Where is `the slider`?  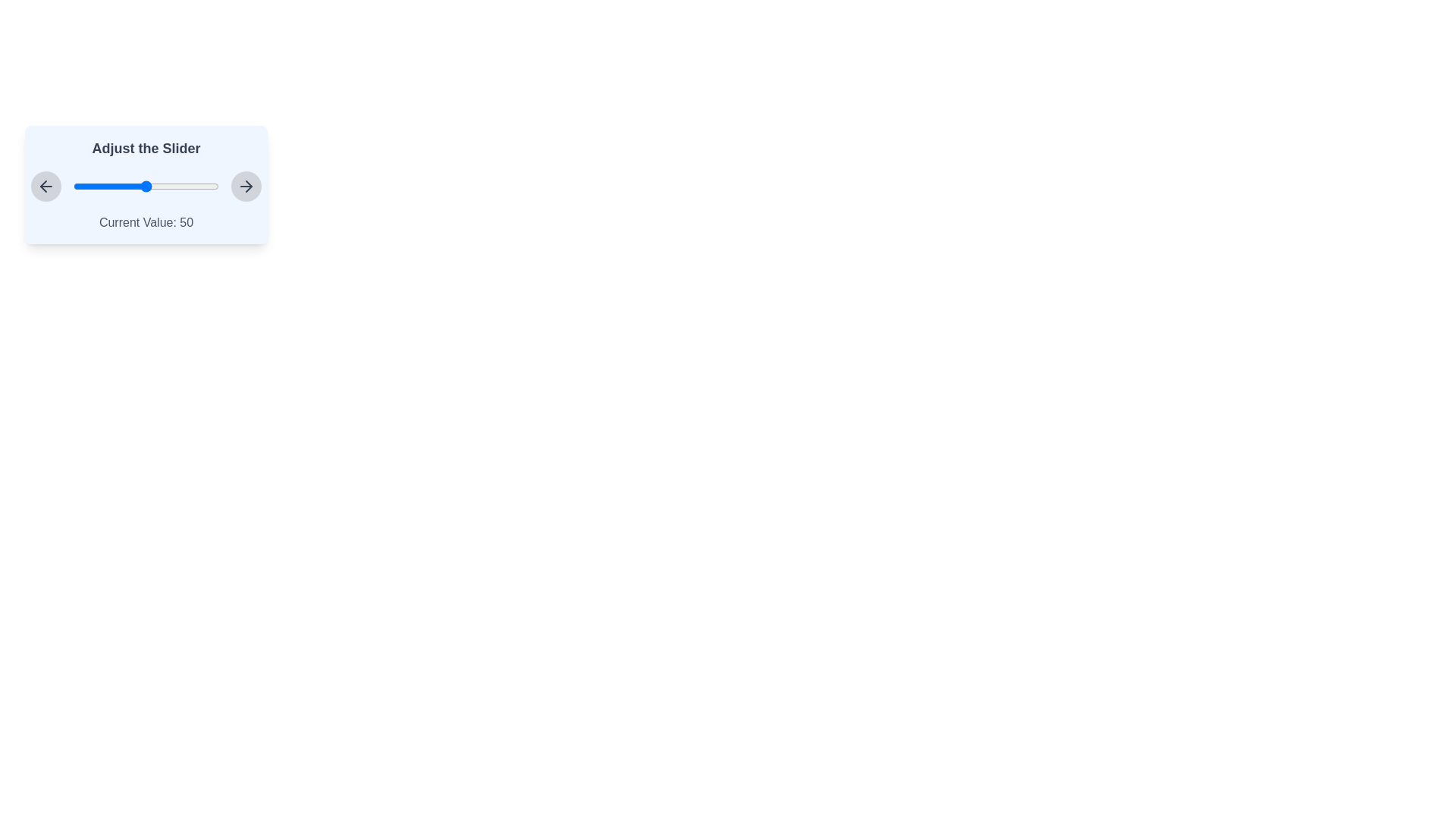
the slider is located at coordinates (99, 186).